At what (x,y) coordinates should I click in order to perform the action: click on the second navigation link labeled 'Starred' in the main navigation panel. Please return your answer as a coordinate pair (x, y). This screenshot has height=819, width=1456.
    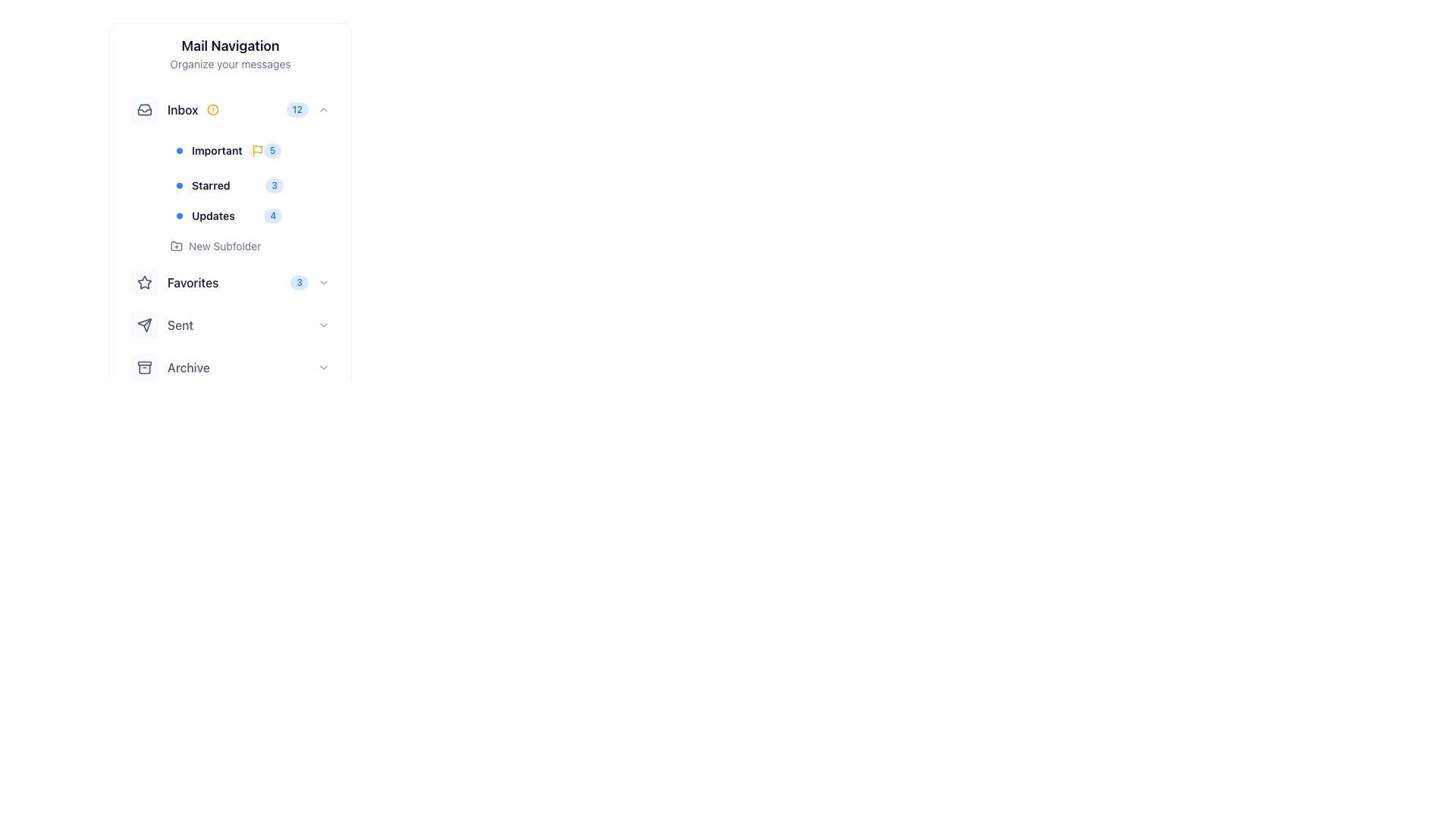
    Looking at the image, I should click on (248, 185).